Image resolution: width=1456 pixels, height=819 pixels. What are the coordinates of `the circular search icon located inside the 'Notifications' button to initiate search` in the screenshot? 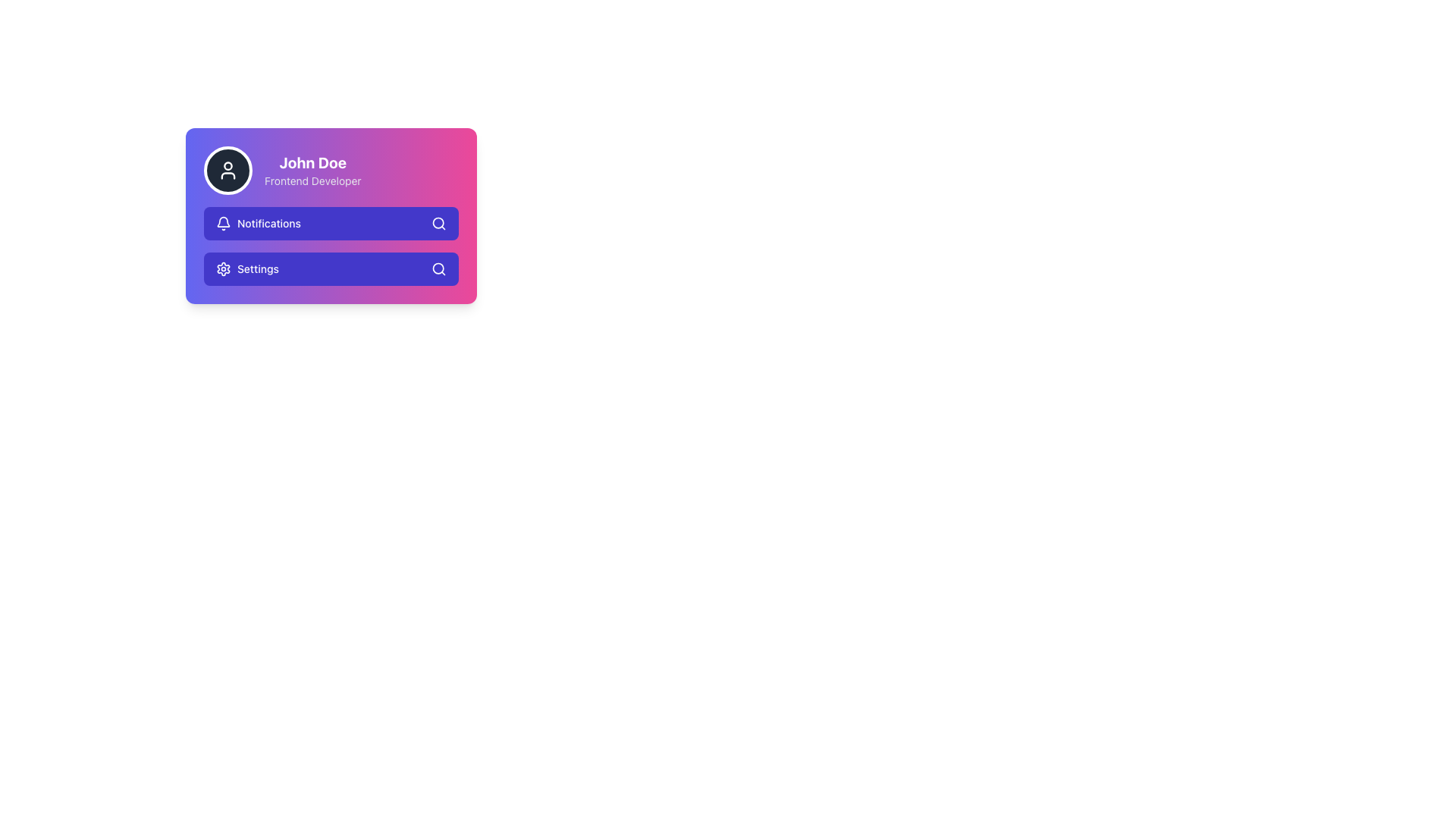 It's located at (438, 223).